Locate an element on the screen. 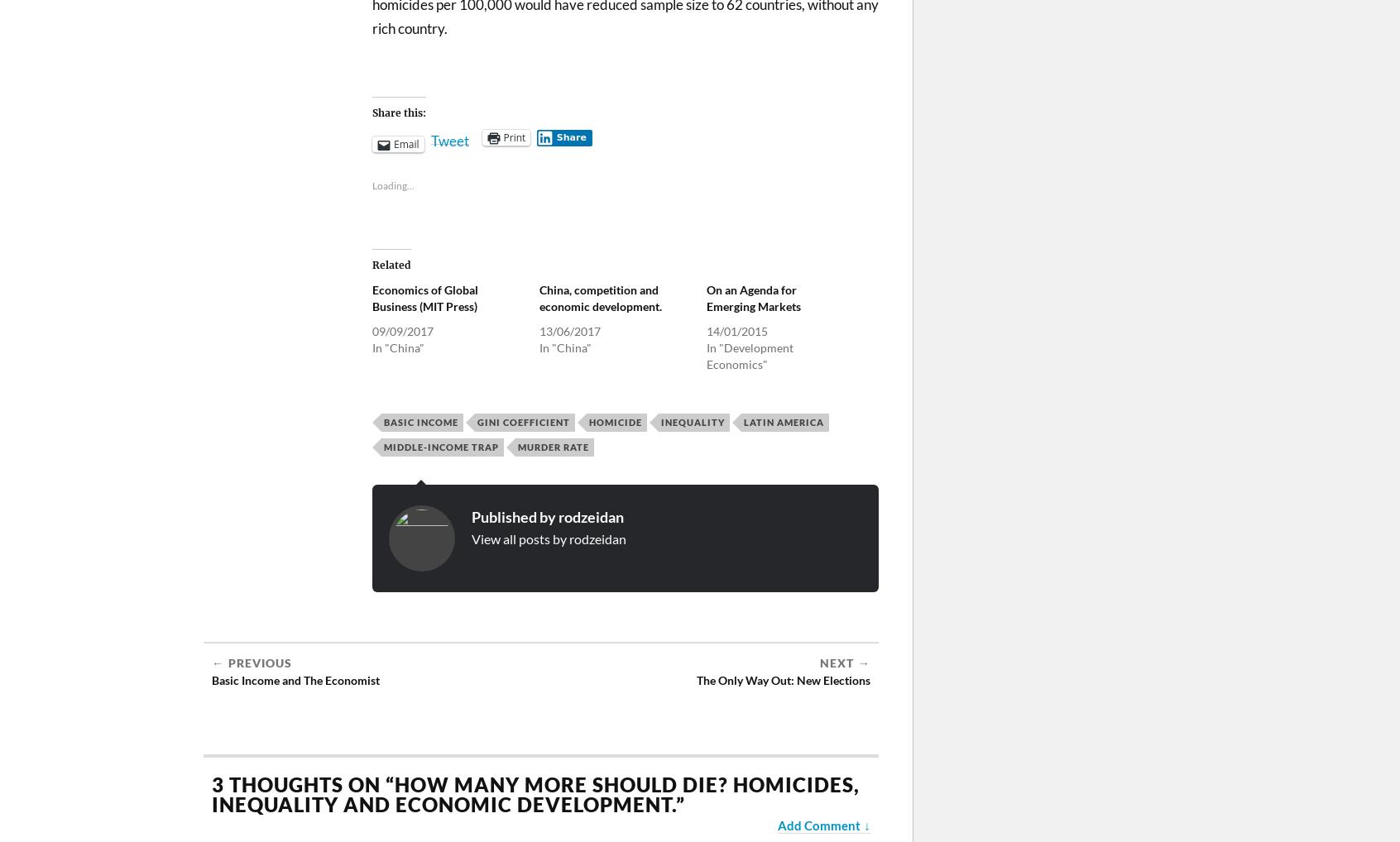 This screenshot has width=1400, height=842. 'Share' is located at coordinates (556, 136).